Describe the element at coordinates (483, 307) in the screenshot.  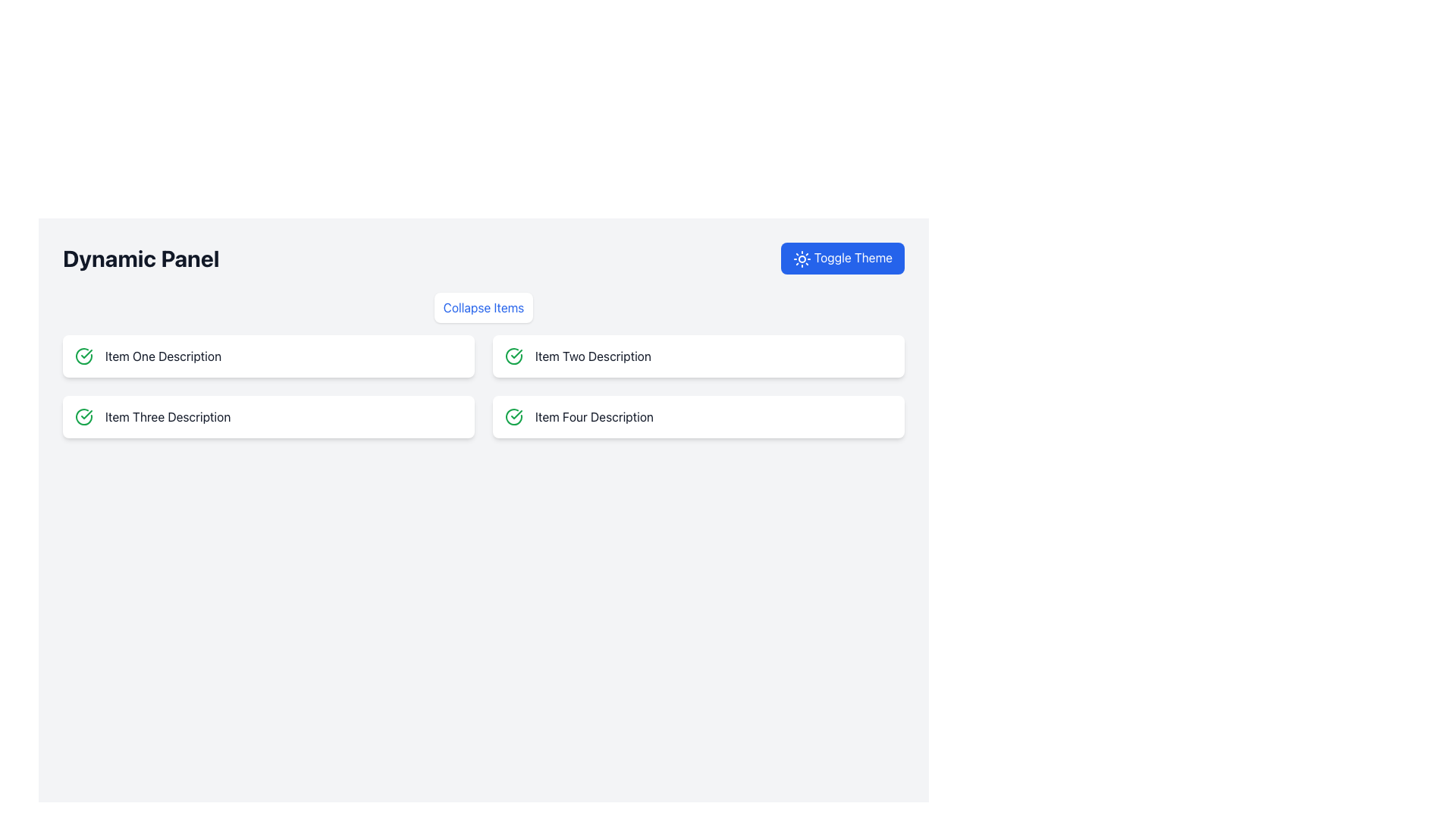
I see `the 'Collapse Items' button, which has blue text on a white background and is located near the top center of the interface, slightly to the right of the center` at that location.